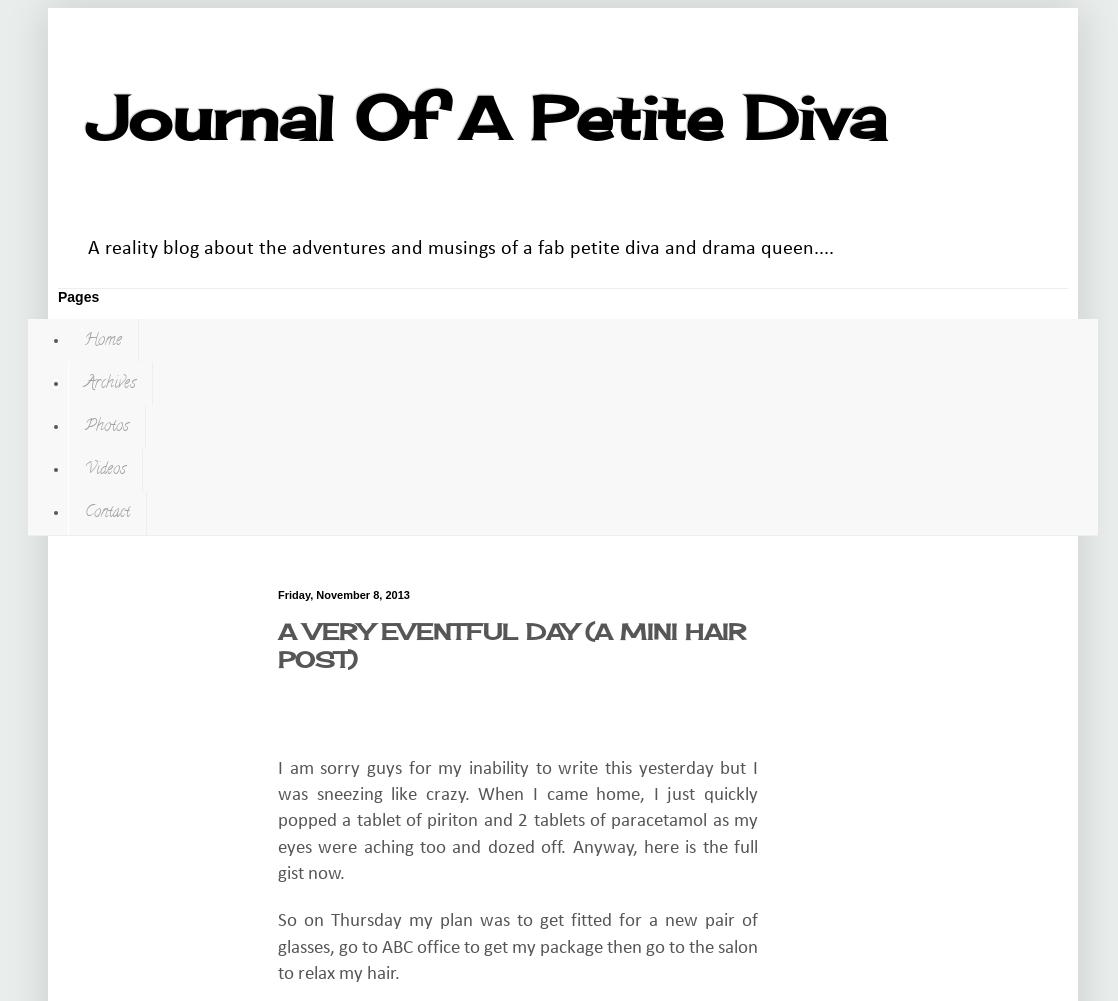  I want to click on 'A reality blog about the adventures and musings of a fab petite diva and drama queen....', so click(87, 247).